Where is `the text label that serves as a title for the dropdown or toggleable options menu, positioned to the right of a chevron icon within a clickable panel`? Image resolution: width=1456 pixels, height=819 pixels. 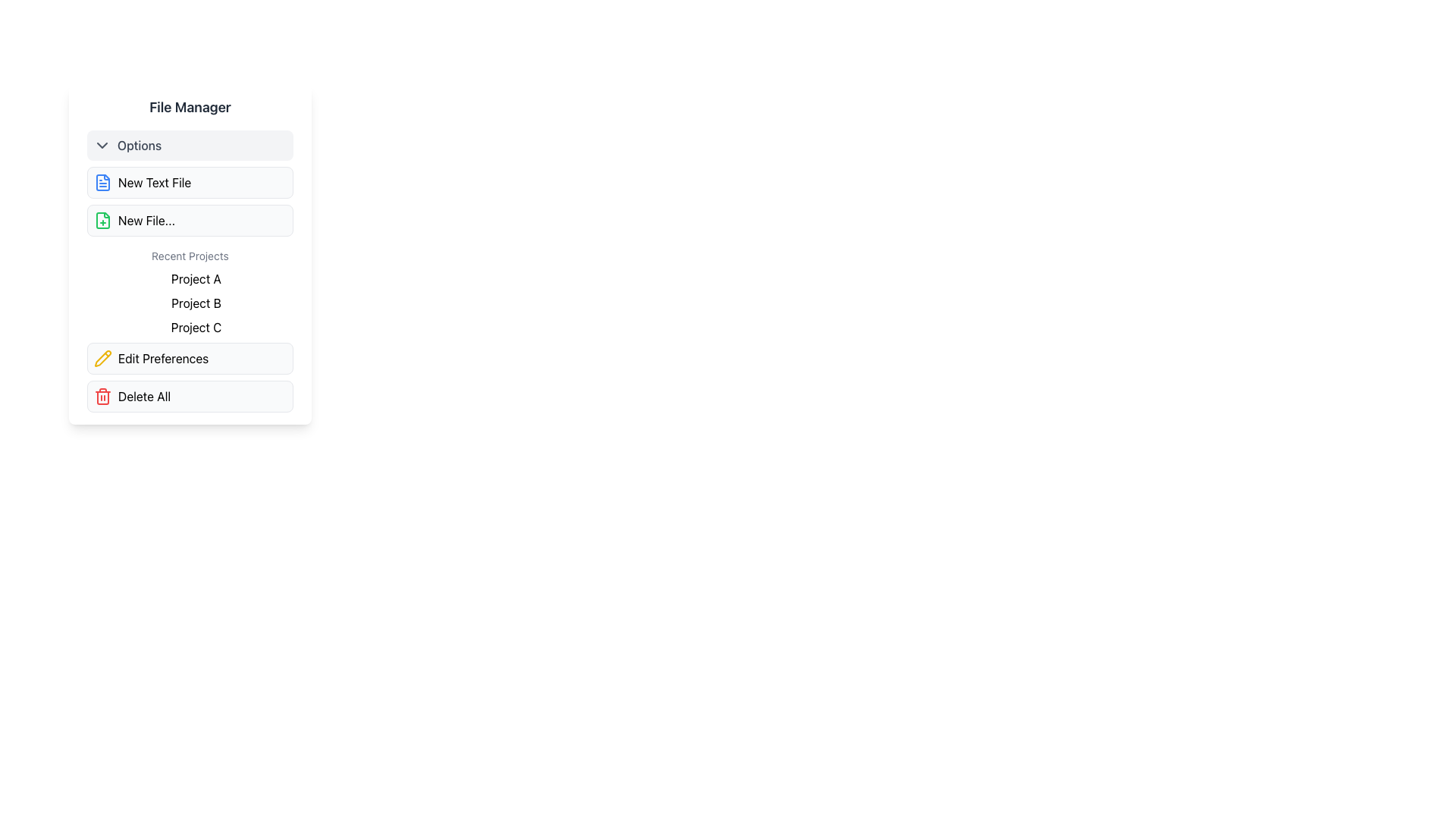 the text label that serves as a title for the dropdown or toggleable options menu, positioned to the right of a chevron icon within a clickable panel is located at coordinates (140, 146).